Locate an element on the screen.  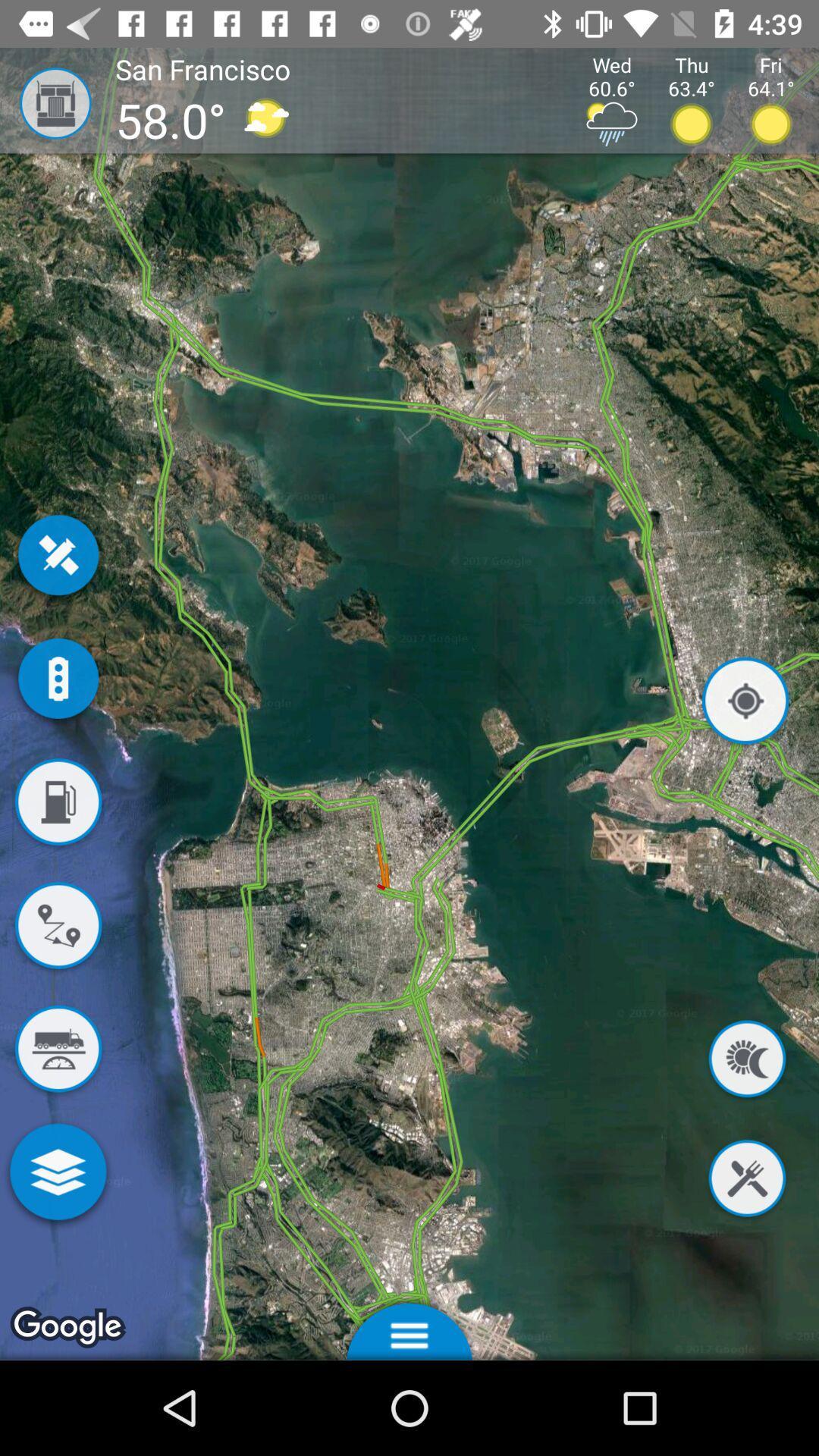
the layers icon is located at coordinates (57, 1174).